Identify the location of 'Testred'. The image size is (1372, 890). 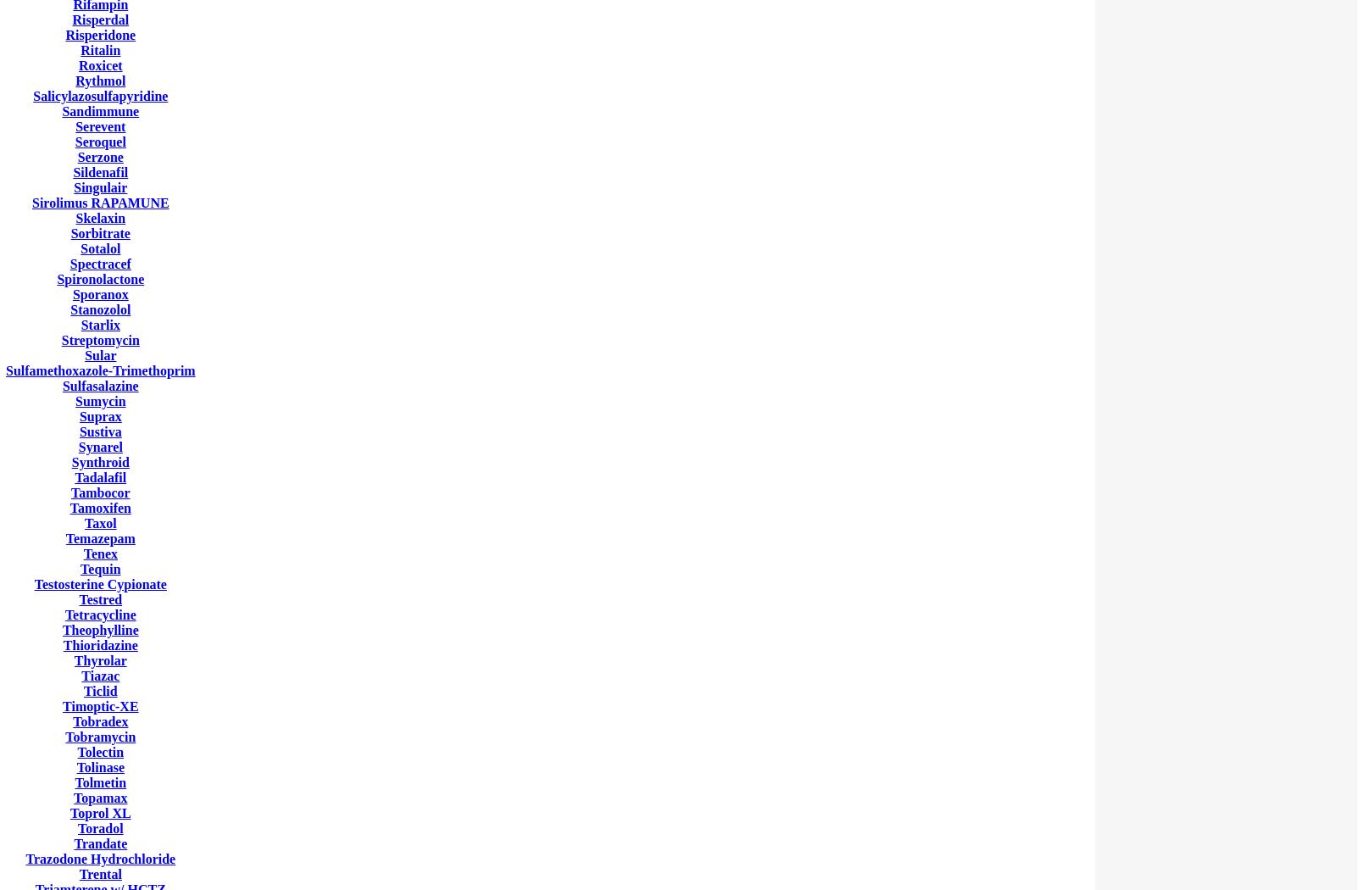
(100, 599).